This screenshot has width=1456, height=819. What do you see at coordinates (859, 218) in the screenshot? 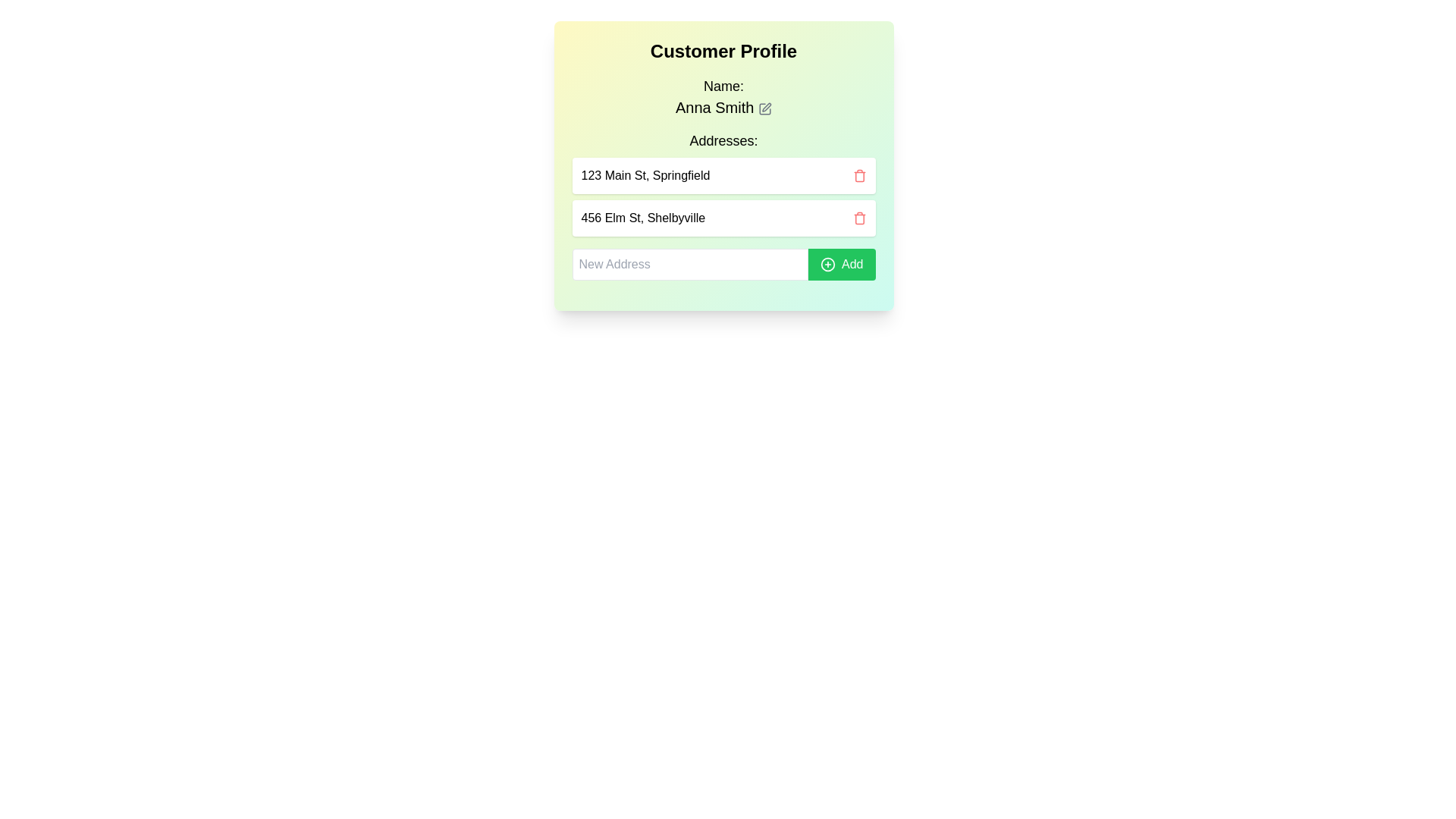
I see `the delete button icon located to the right of the address '456 Elm St, Shelbyville' in the 'Customer Profile' section to possibly see a tooltip` at bounding box center [859, 218].